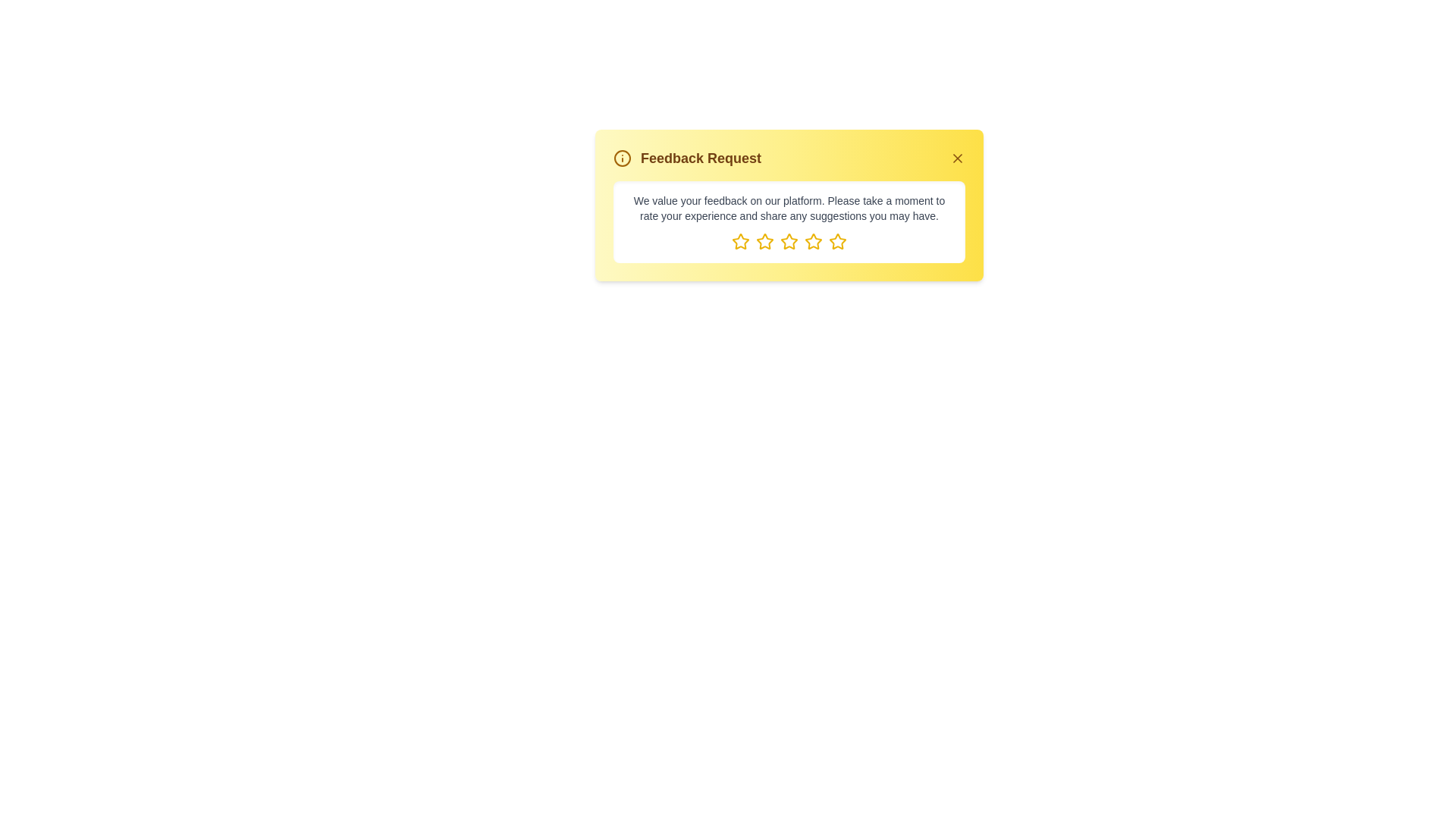  I want to click on the element star_5 to observe its hover effect, so click(836, 241).